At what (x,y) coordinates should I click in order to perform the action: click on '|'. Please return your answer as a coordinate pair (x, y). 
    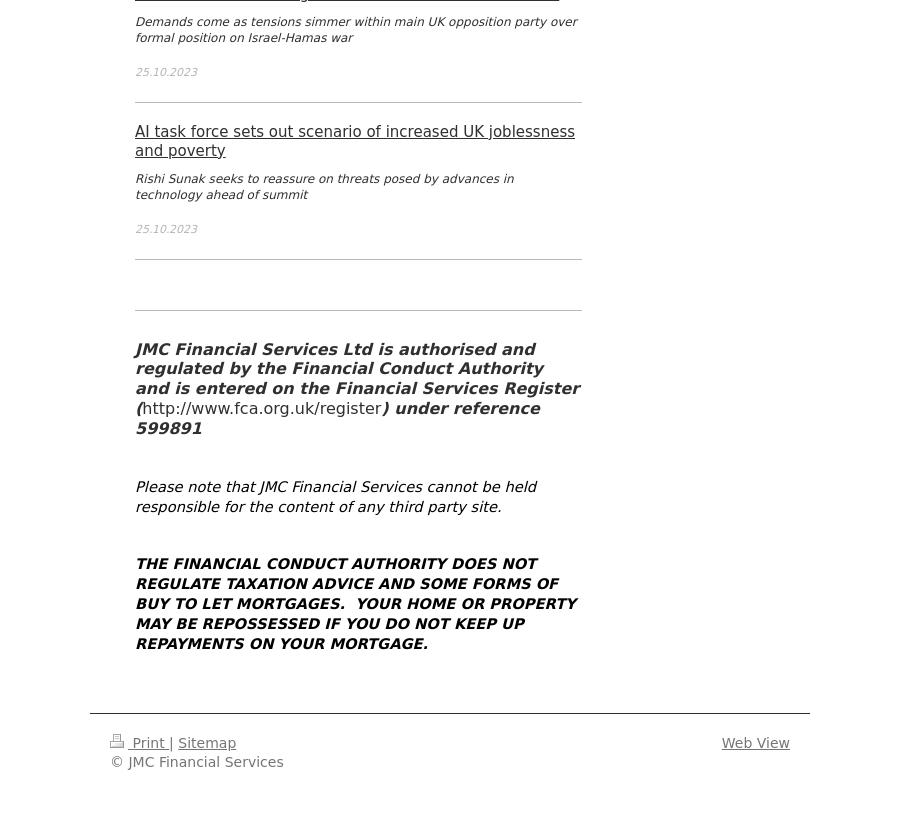
    Looking at the image, I should click on (171, 742).